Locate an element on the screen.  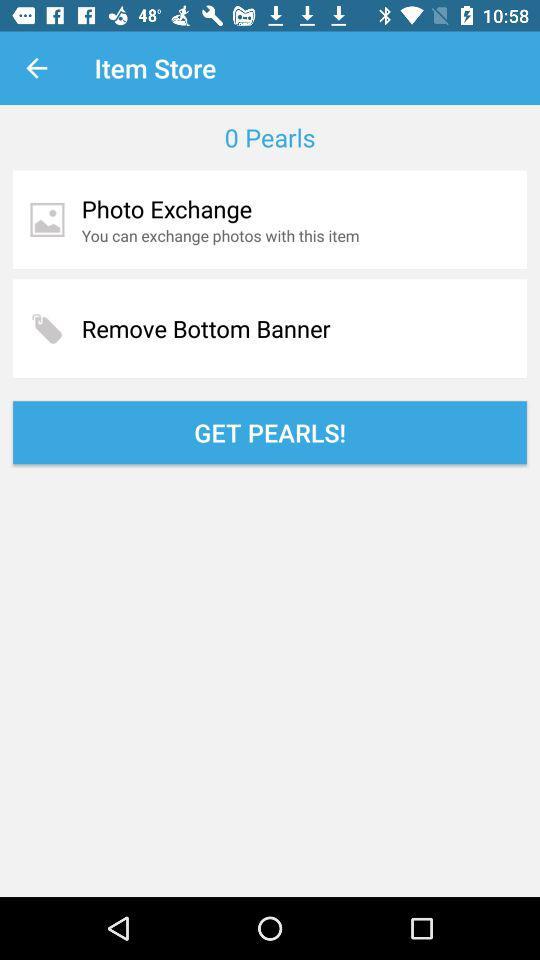
get pearls! item is located at coordinates (270, 432).